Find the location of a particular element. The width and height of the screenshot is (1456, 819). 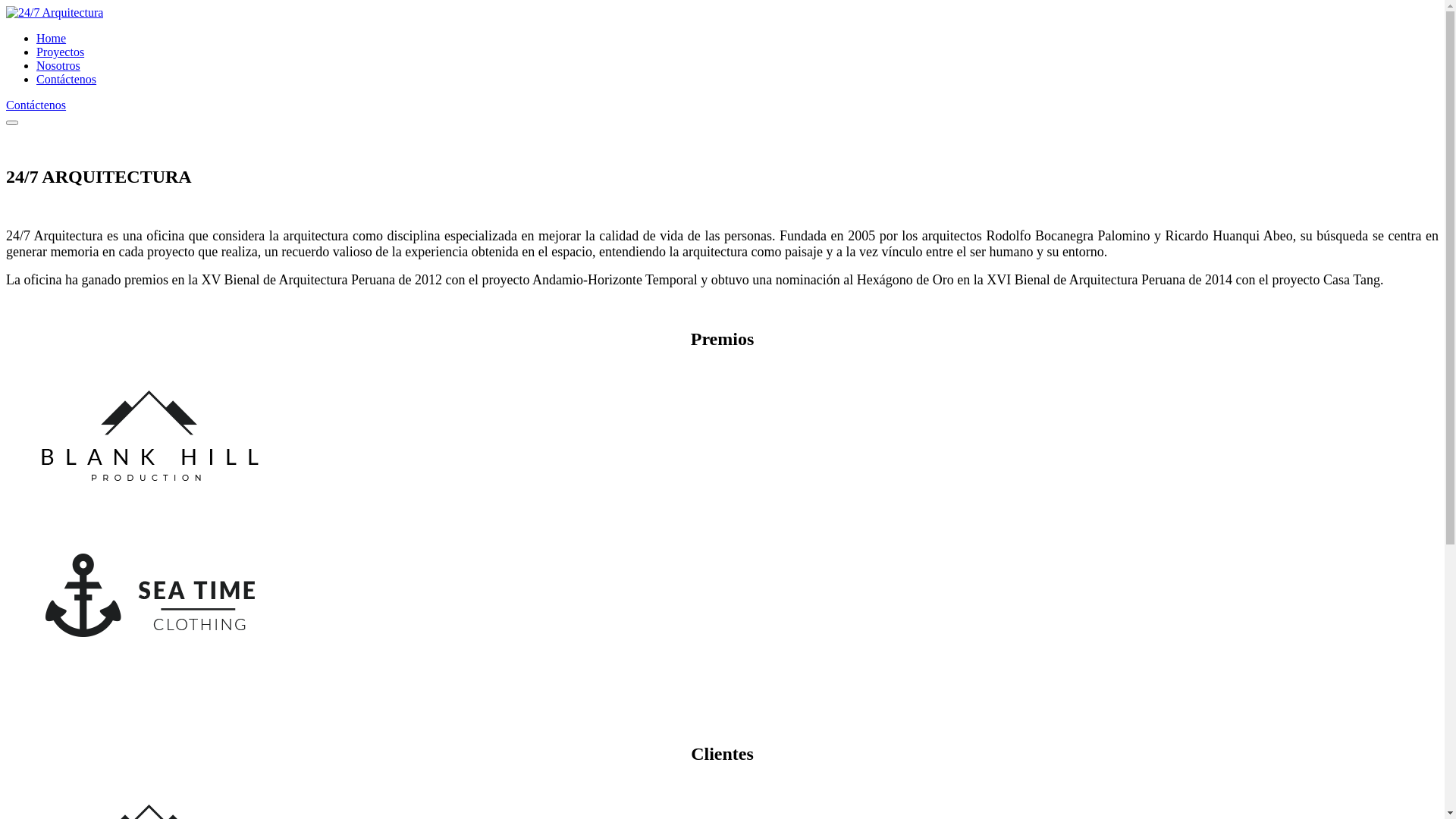

'Proyectos' is located at coordinates (60, 51).